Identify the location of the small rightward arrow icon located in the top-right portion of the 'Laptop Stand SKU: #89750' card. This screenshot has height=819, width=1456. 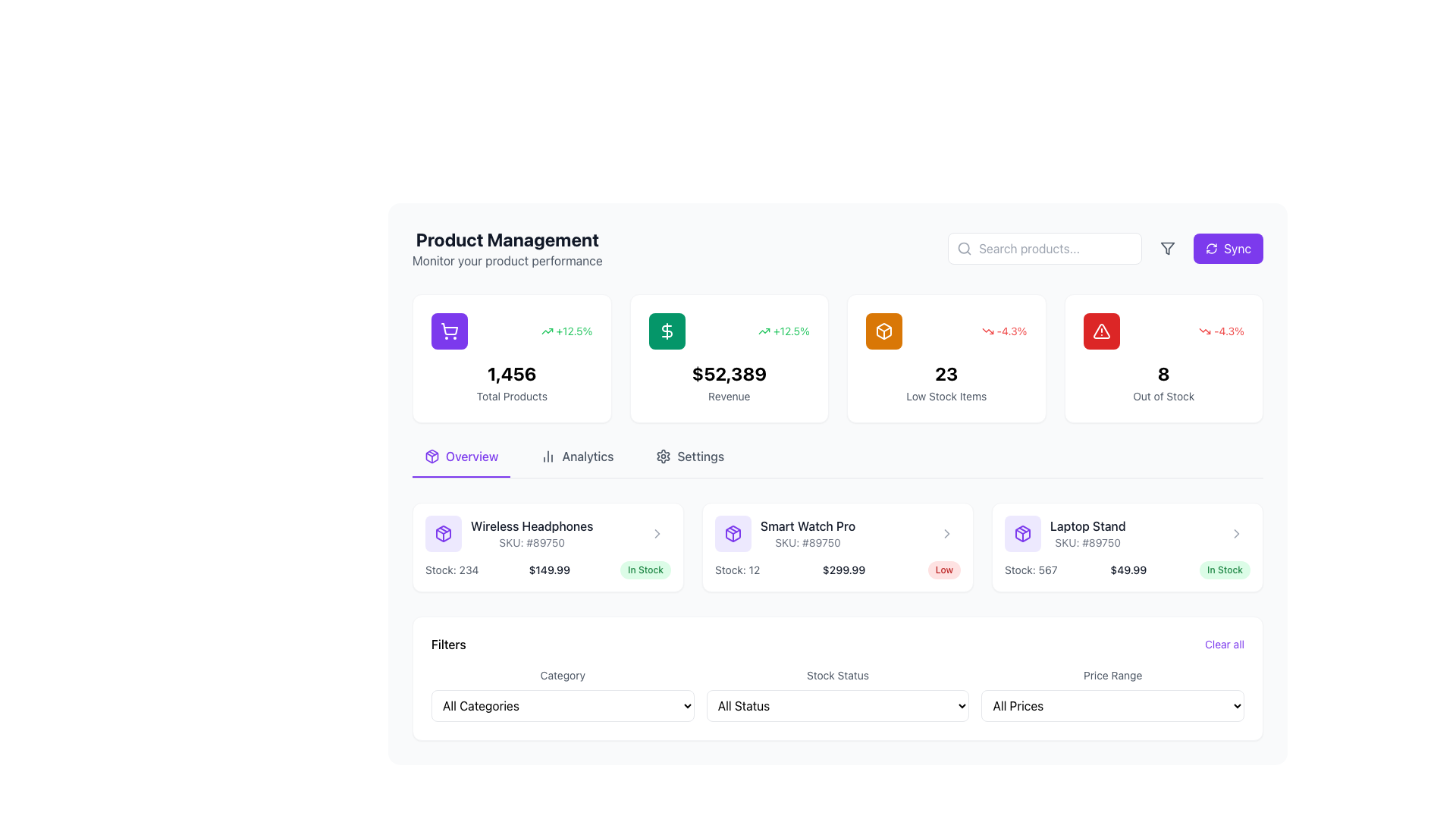
(1237, 533).